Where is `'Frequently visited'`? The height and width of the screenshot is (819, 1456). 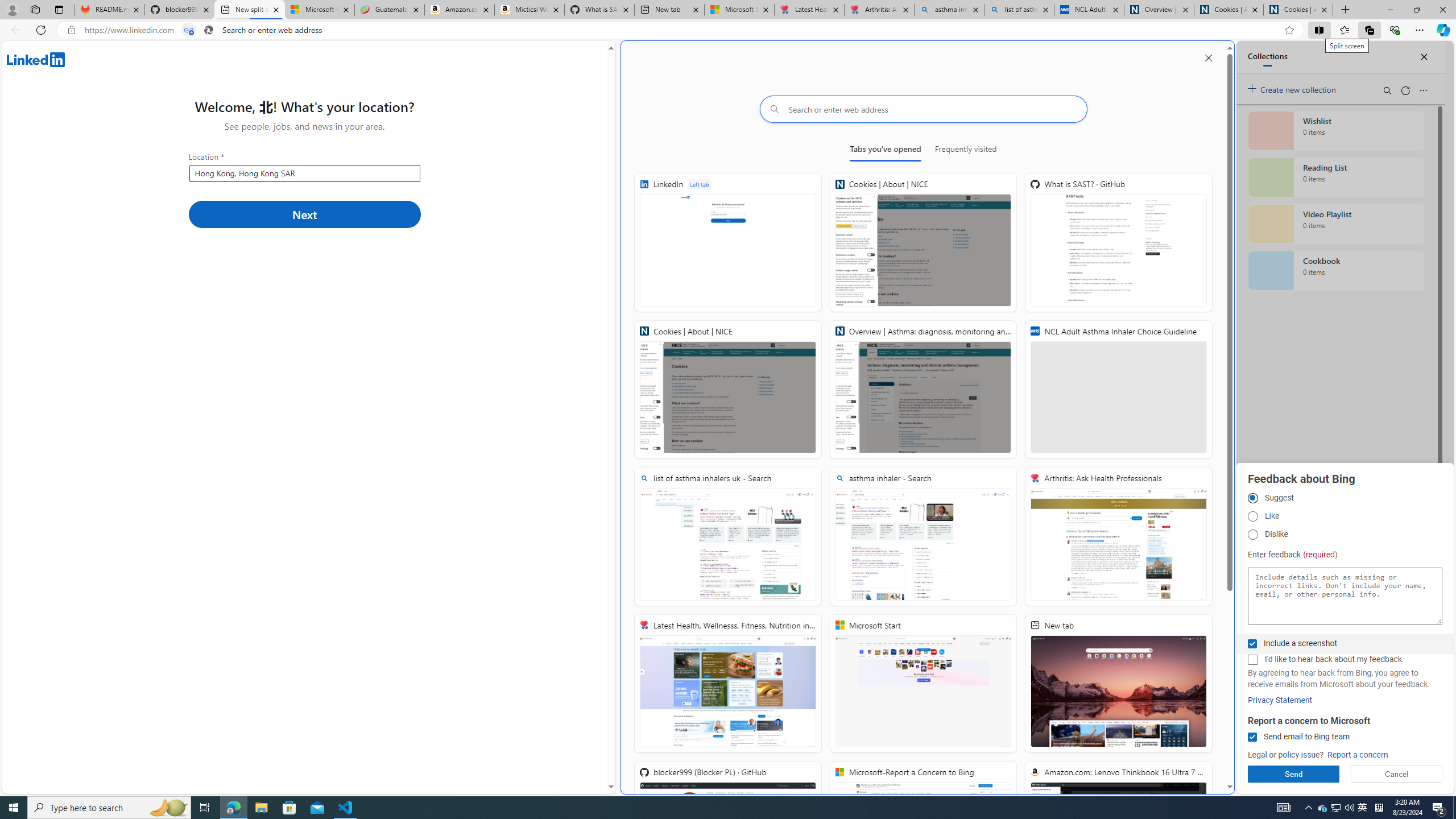
'Frequently visited' is located at coordinates (965, 151).